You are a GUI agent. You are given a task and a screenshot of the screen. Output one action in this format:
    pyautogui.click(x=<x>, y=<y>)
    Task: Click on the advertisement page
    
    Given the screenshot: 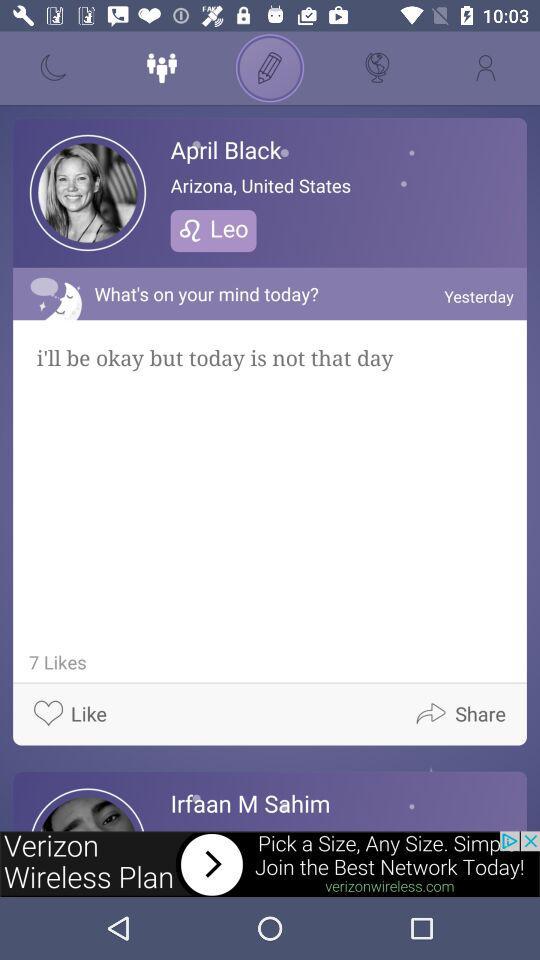 What is the action you would take?
    pyautogui.click(x=270, y=863)
    